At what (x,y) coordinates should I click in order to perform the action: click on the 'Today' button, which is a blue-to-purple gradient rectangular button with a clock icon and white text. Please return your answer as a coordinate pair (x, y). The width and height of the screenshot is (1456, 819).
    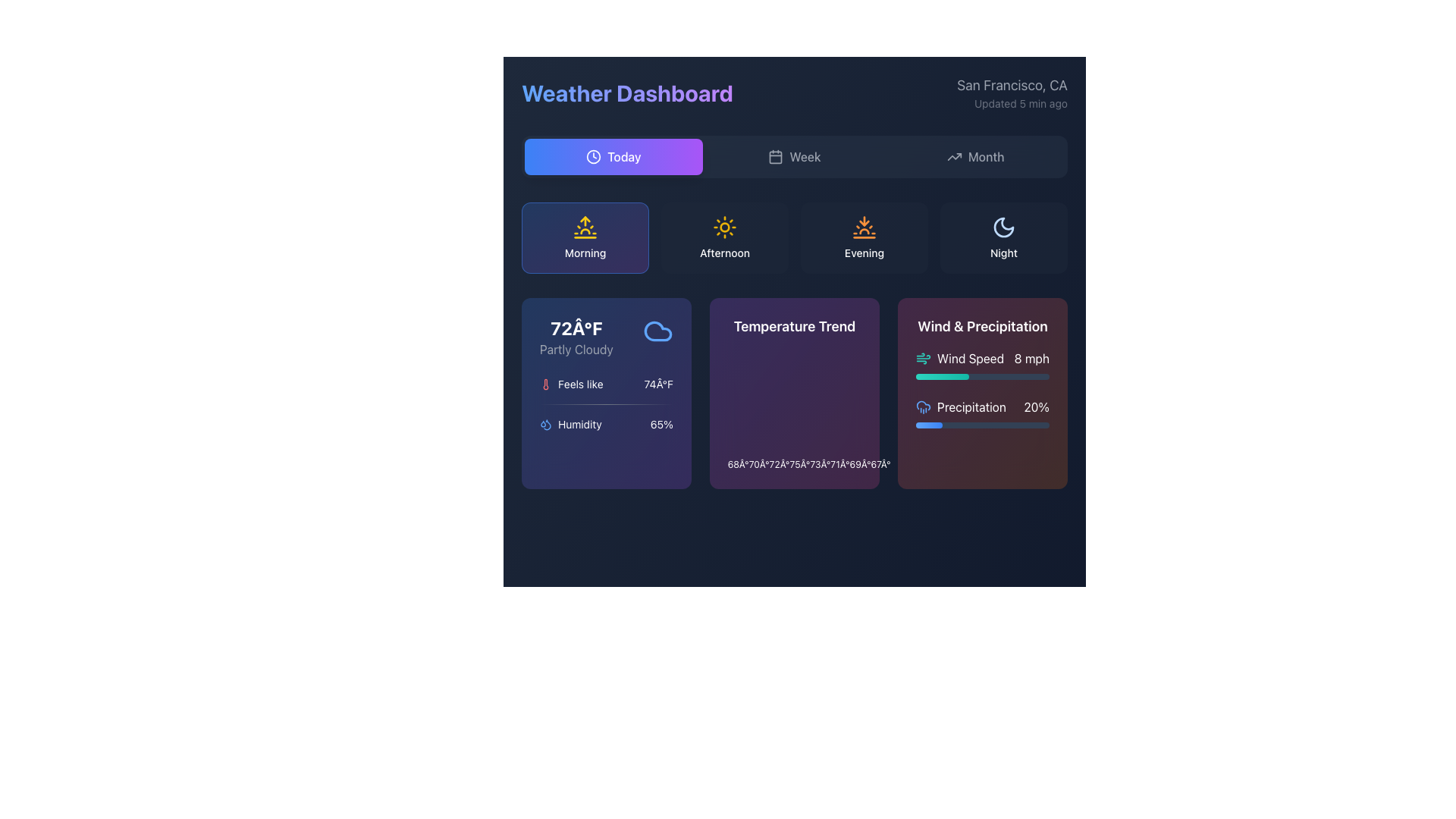
    Looking at the image, I should click on (613, 157).